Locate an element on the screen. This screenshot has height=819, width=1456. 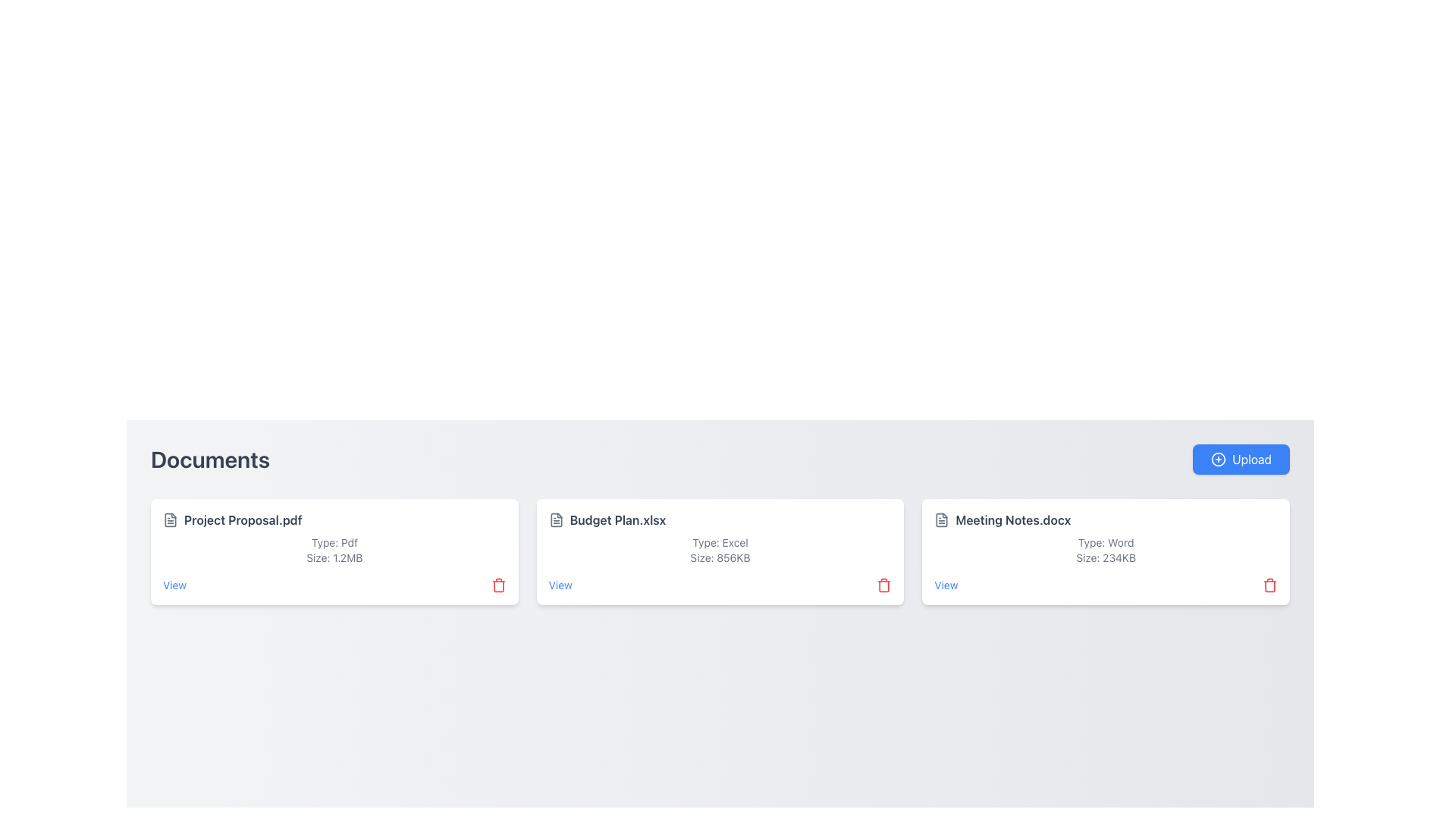
the text label stating 'Type: Pdf' which is located under the title 'Project Proposal.pdf' and above the file size information within the document card is located at coordinates (334, 542).